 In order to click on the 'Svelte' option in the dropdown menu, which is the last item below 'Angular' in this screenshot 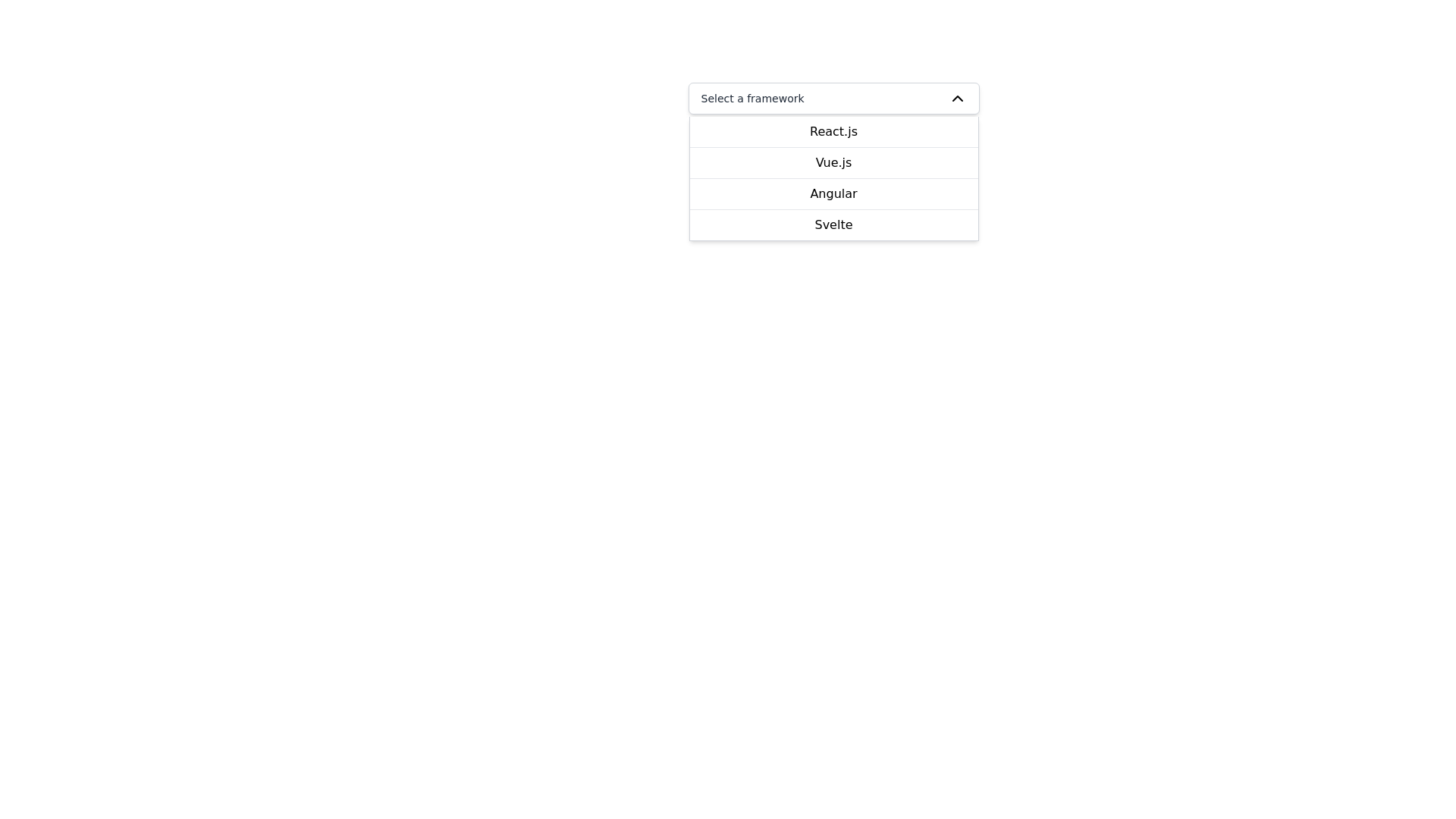, I will do `click(833, 224)`.